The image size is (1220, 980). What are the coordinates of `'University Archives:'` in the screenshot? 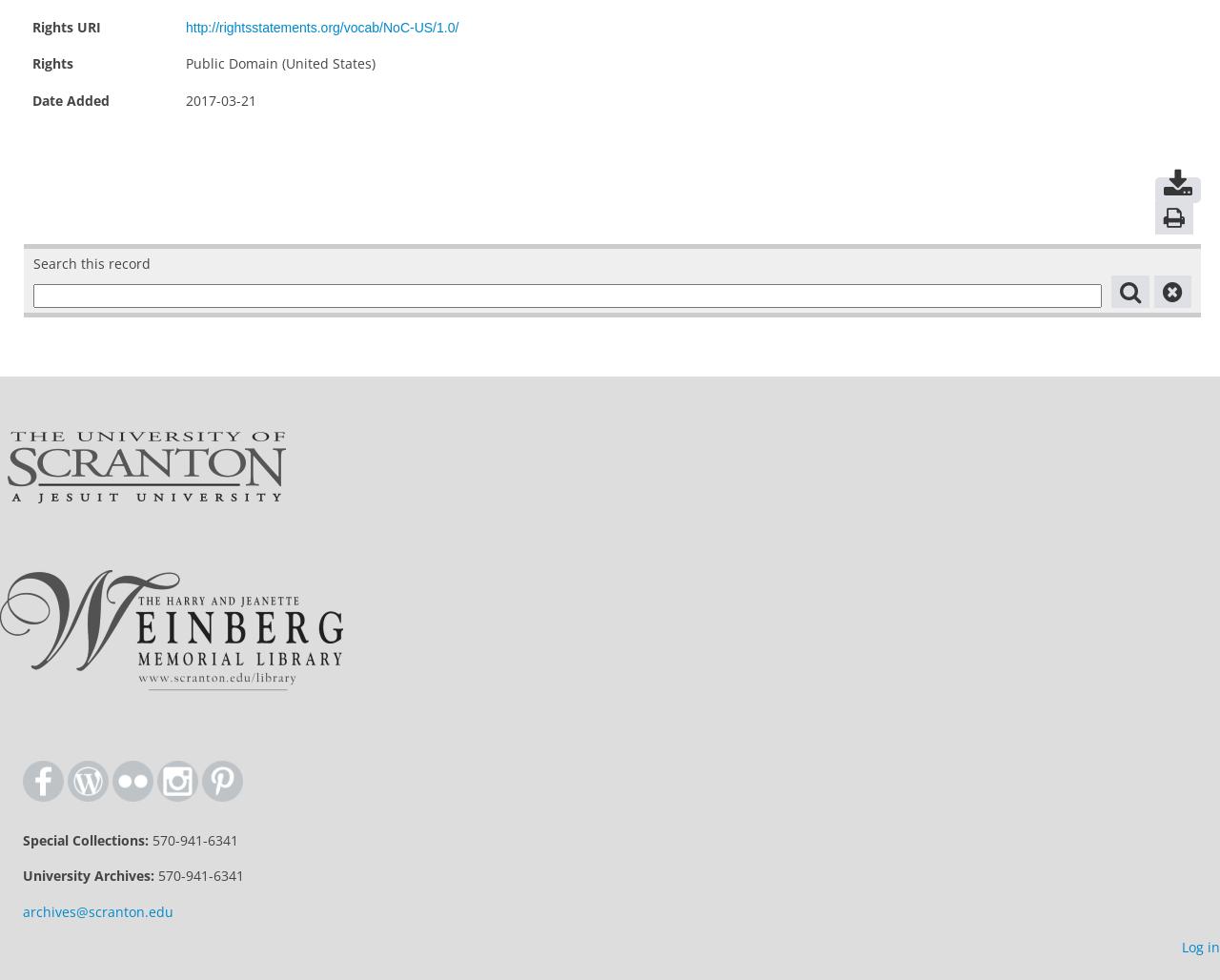 It's located at (88, 875).